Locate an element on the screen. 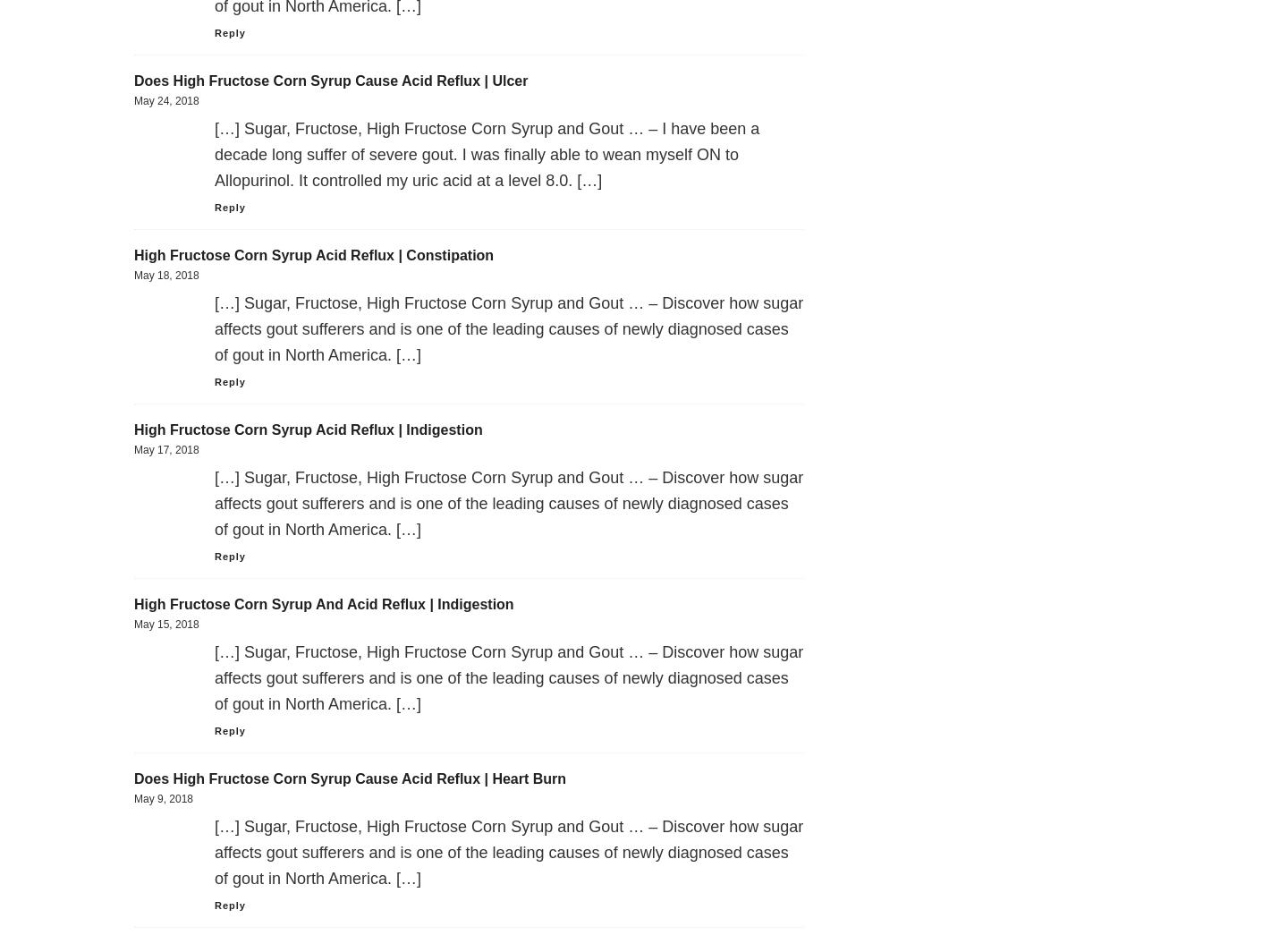 The width and height of the screenshot is (1288, 944). 'High Fructose Corn Syrup Acid Reflux | Constipation' is located at coordinates (133, 255).